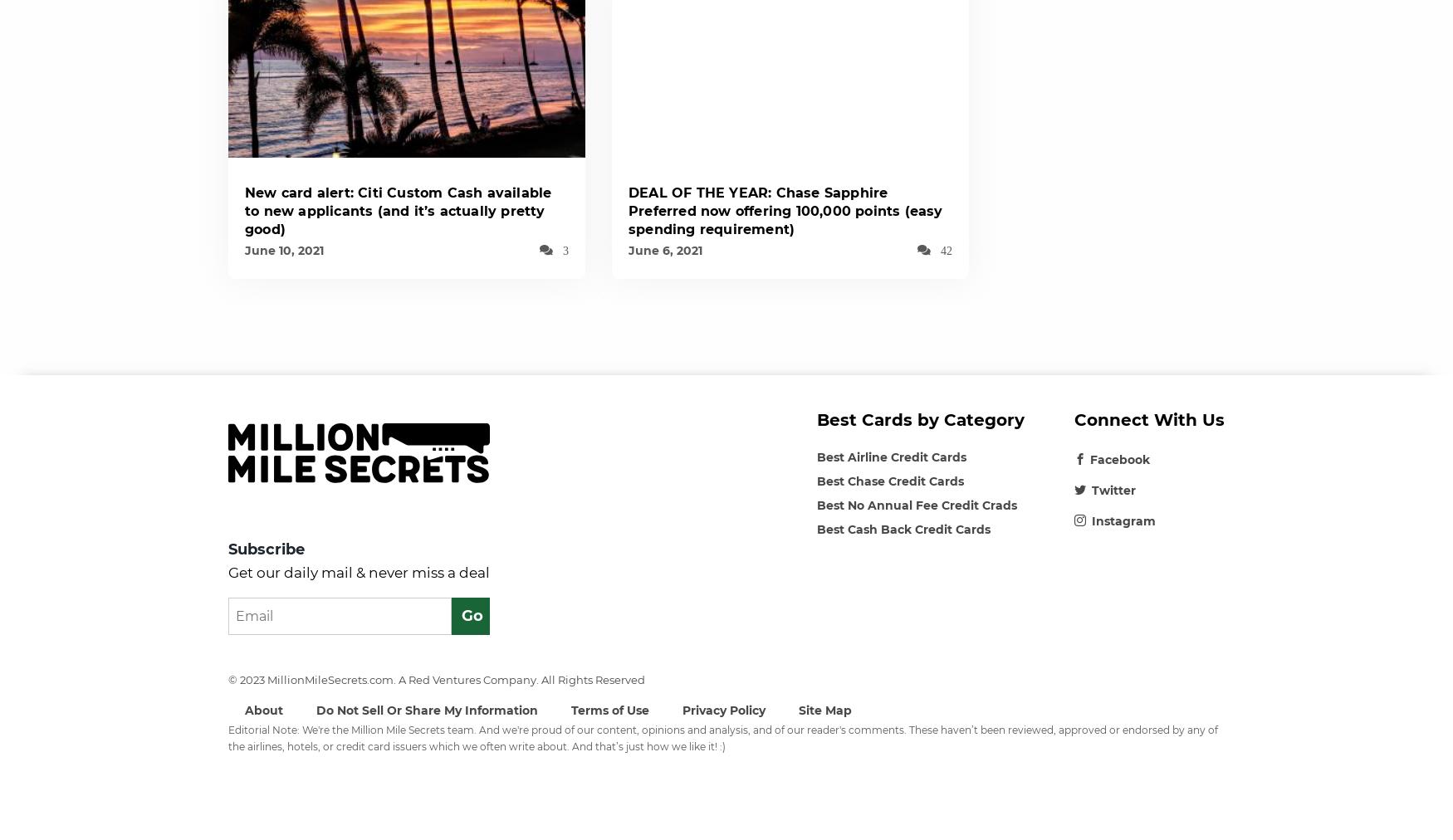 This screenshot has width=1453, height=840. Describe the element at coordinates (565, 248) in the screenshot. I see `'3'` at that location.